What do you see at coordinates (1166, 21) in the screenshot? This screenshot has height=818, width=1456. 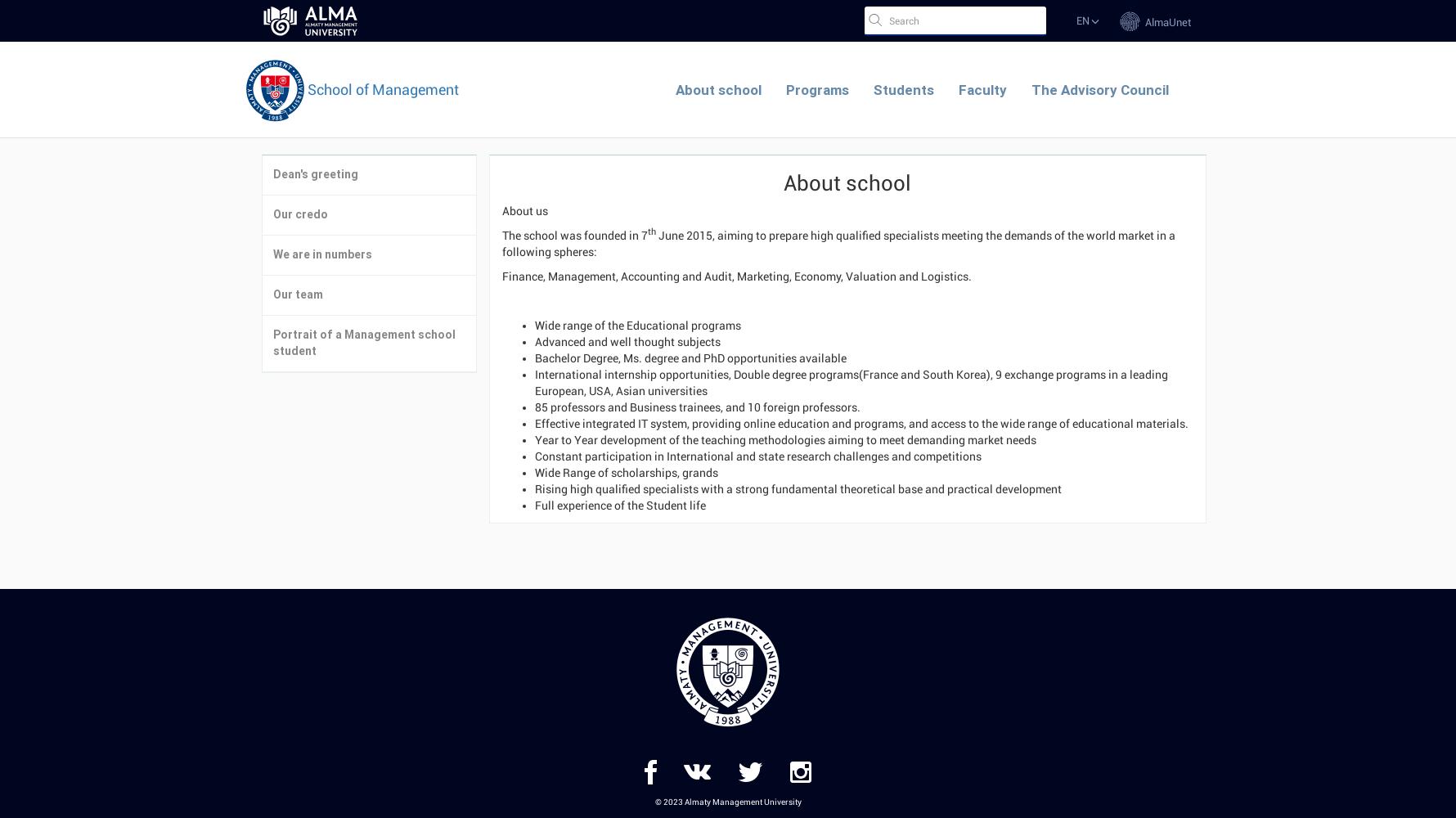 I see `'AlmaUnet'` at bounding box center [1166, 21].